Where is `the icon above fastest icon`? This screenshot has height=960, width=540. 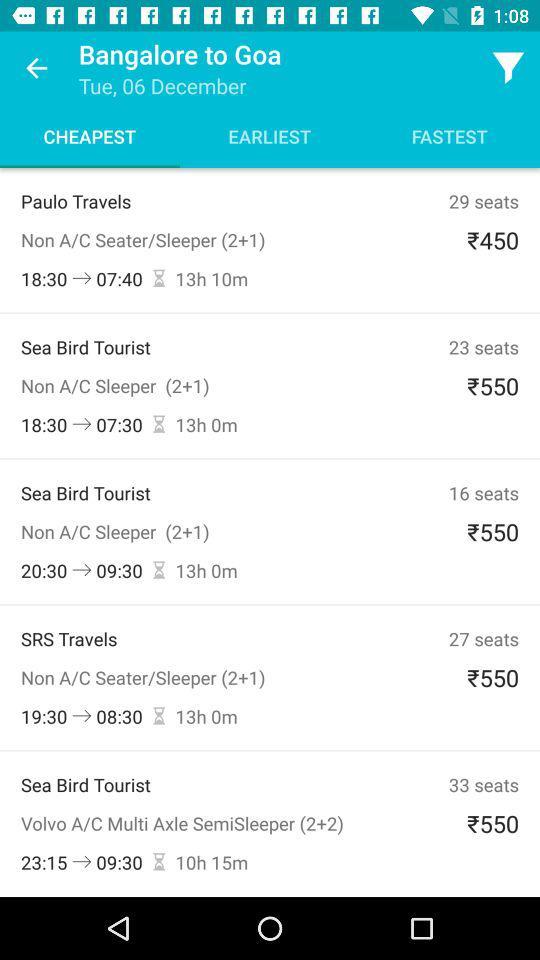 the icon above fastest icon is located at coordinates (508, 68).